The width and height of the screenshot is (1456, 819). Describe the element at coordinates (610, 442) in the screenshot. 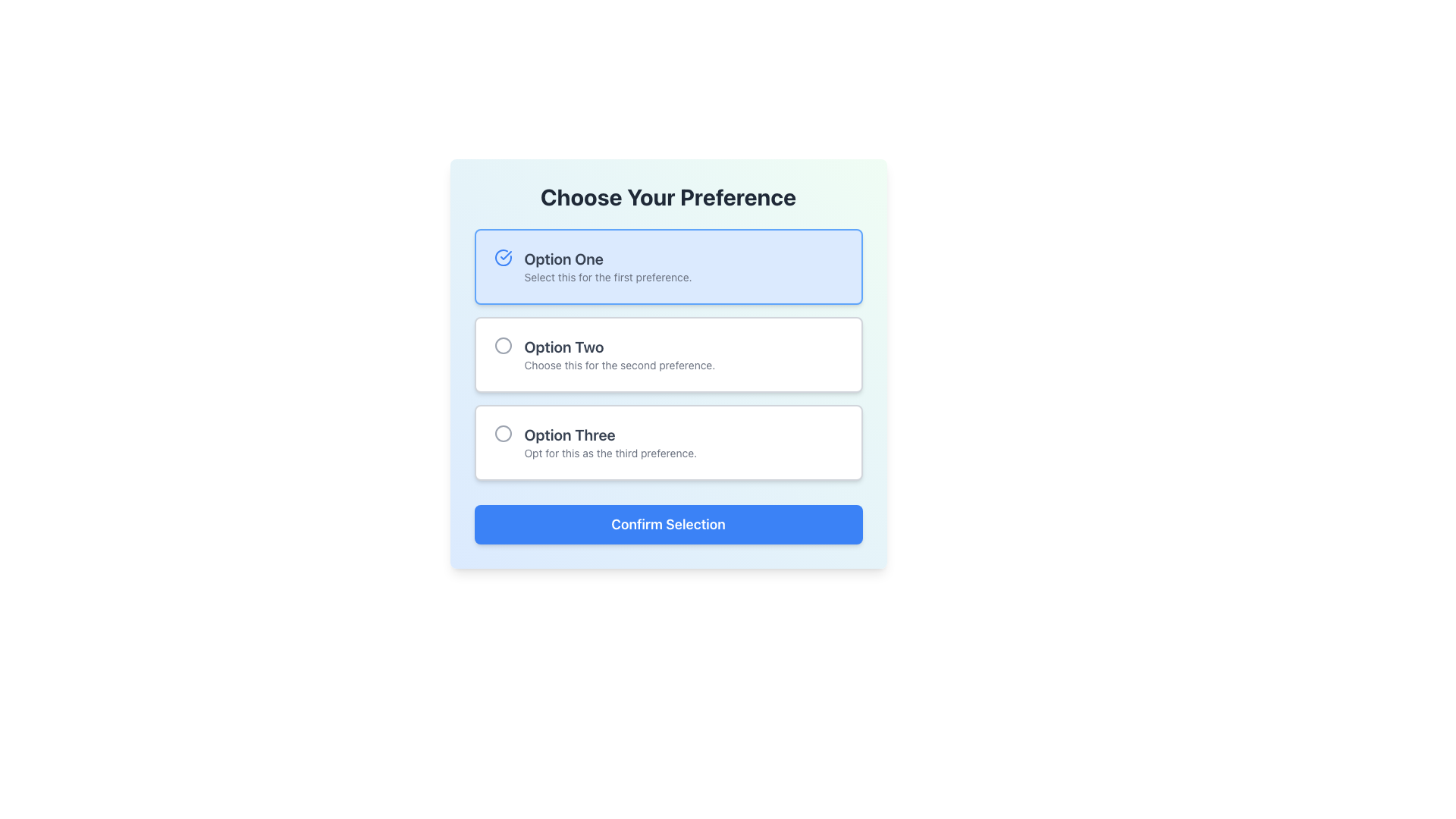

I see `text label containing 'Option Three' and its description 'Opt for this as the third preference.' which is located in the third card of selectable options` at that location.